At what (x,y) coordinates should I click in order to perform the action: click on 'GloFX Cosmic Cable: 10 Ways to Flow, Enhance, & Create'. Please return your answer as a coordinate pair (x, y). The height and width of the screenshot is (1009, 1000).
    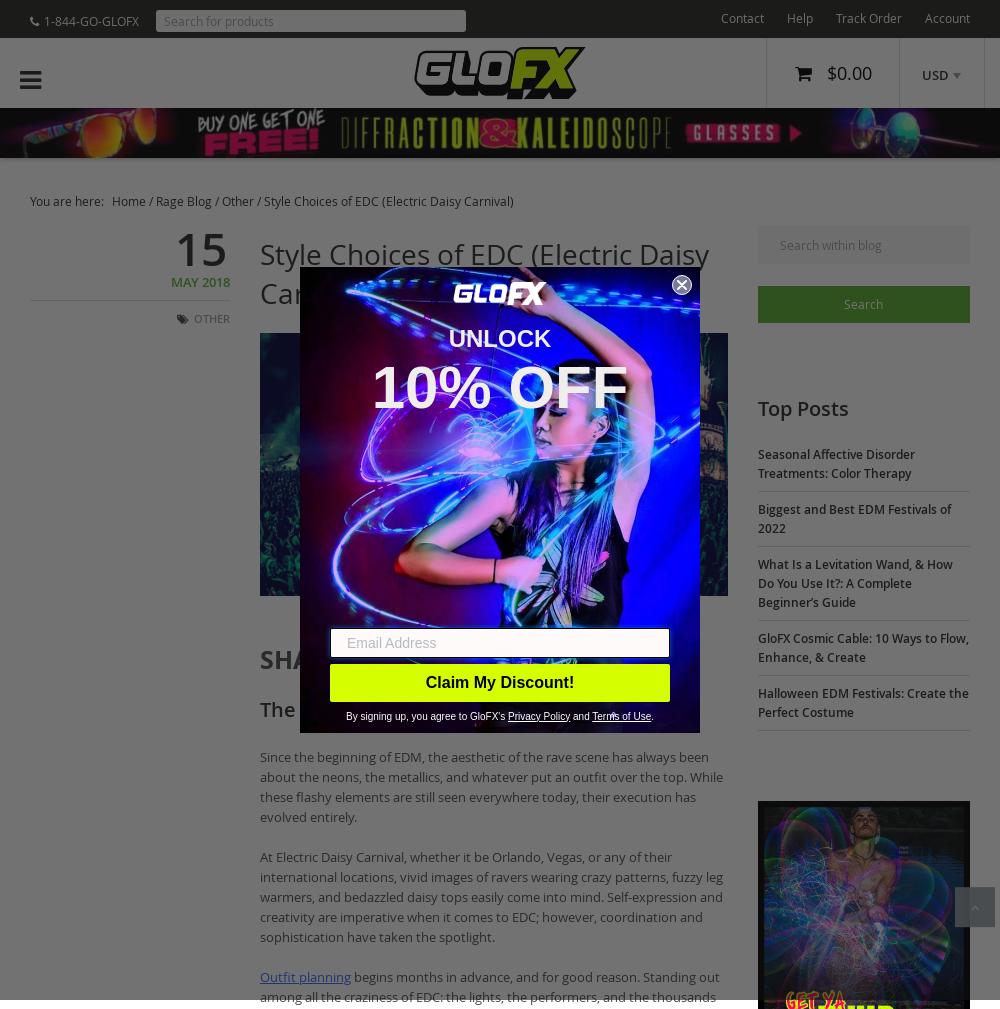
    Looking at the image, I should click on (861, 647).